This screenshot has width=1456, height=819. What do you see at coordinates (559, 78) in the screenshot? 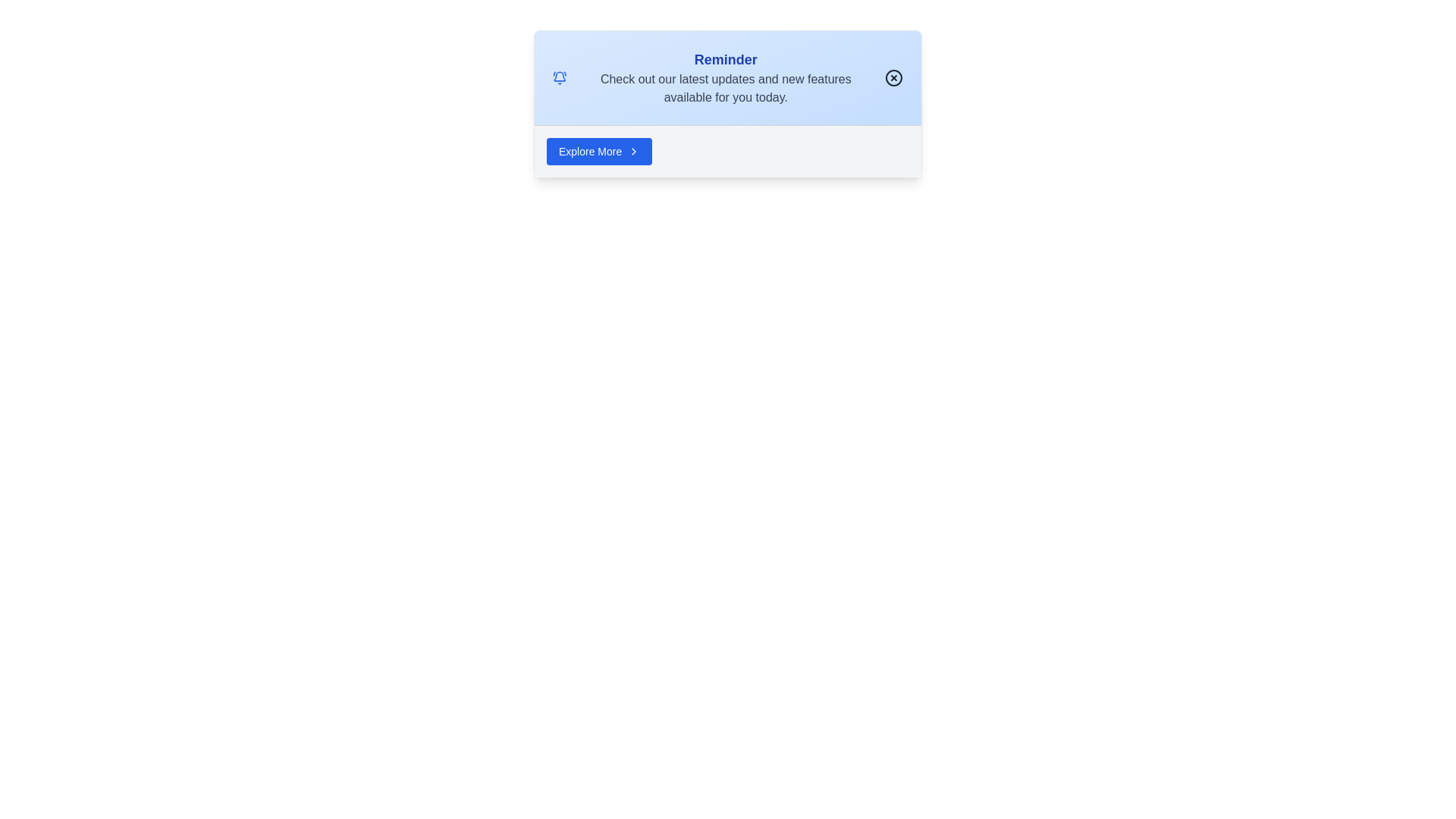
I see `the notification icon located at the top left of the notification card, specifically to the left of the text 'Reminder', to interact with it` at bounding box center [559, 78].